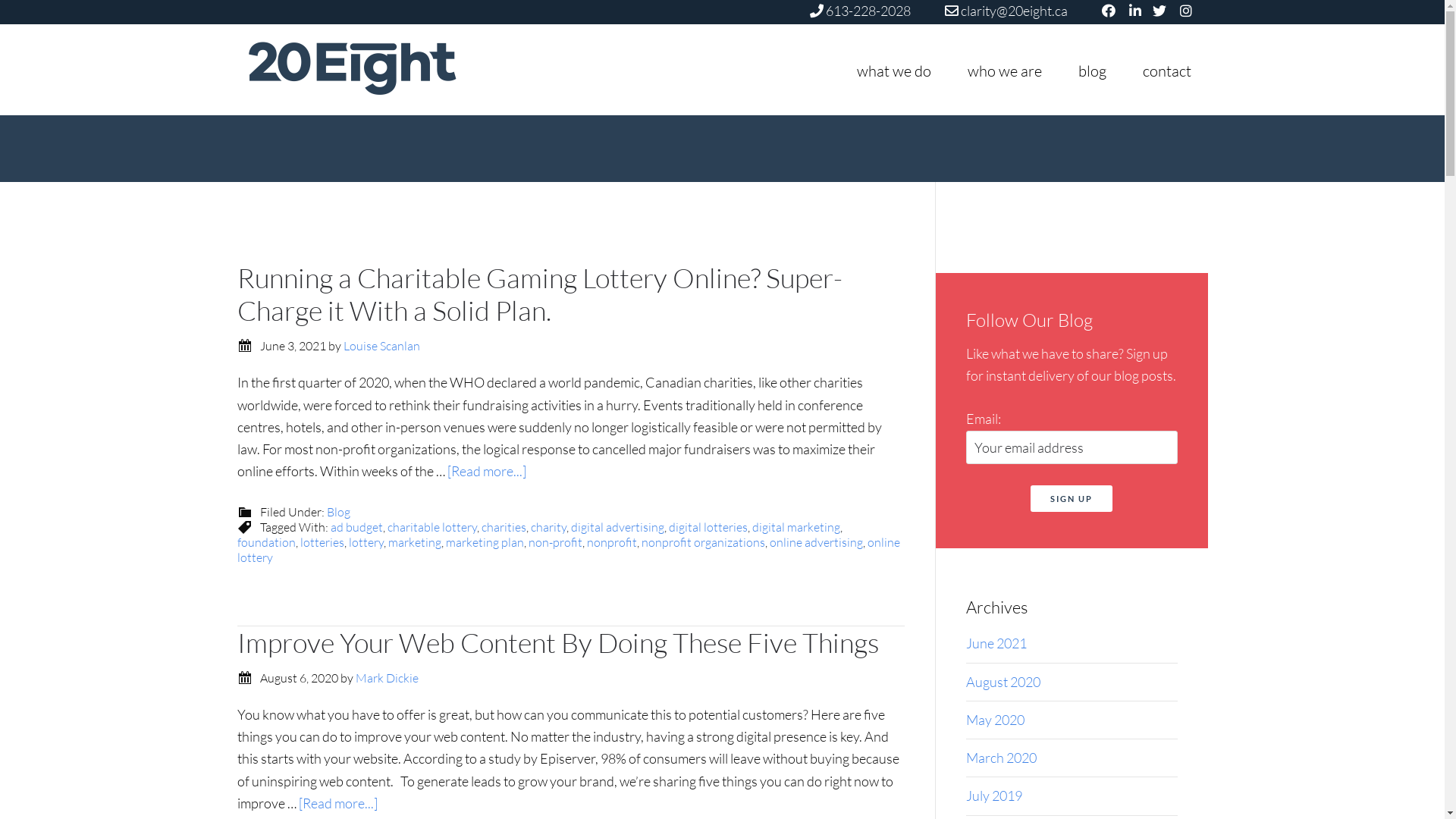 This screenshot has height=819, width=1456. I want to click on 'what we do', so click(894, 71).